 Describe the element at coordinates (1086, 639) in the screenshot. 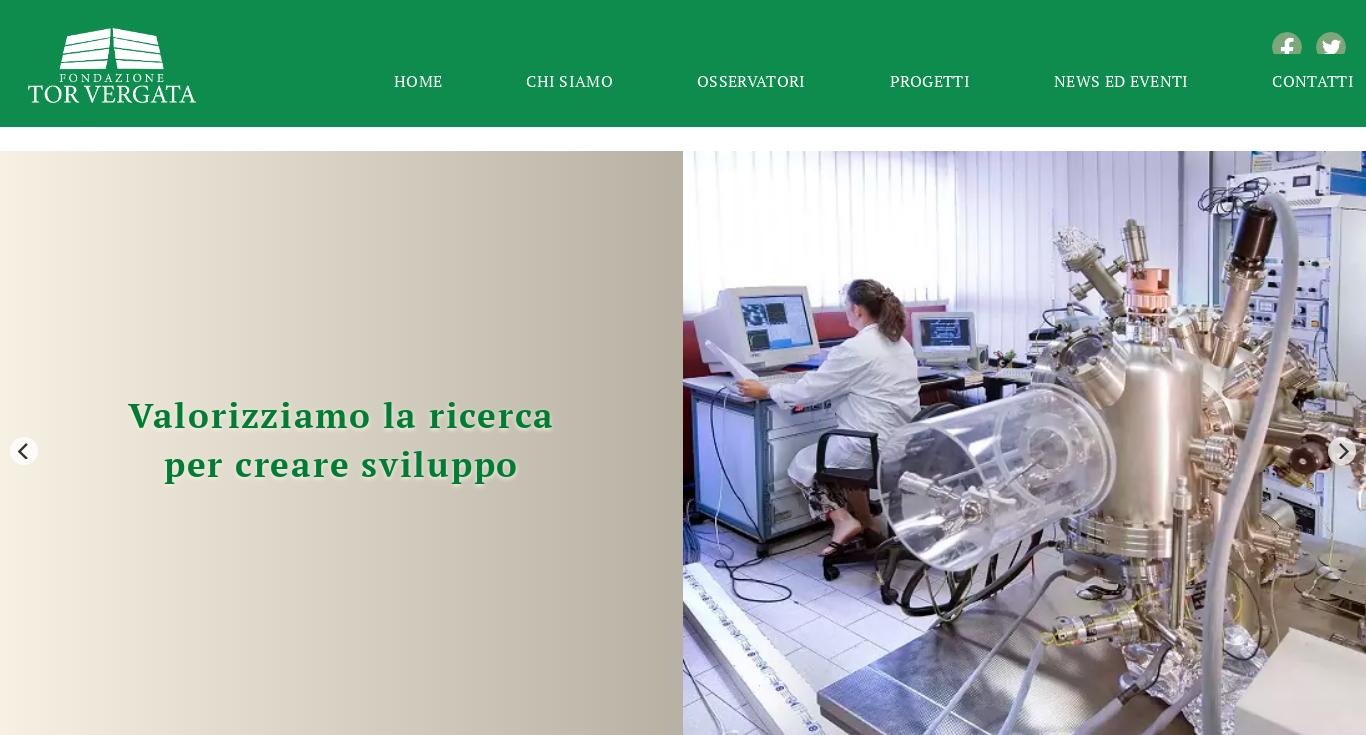

I see `'Presentazione del Volume "Spostare il baricentro. Il PNRR, l'Europa e la politica industriale"'` at that location.